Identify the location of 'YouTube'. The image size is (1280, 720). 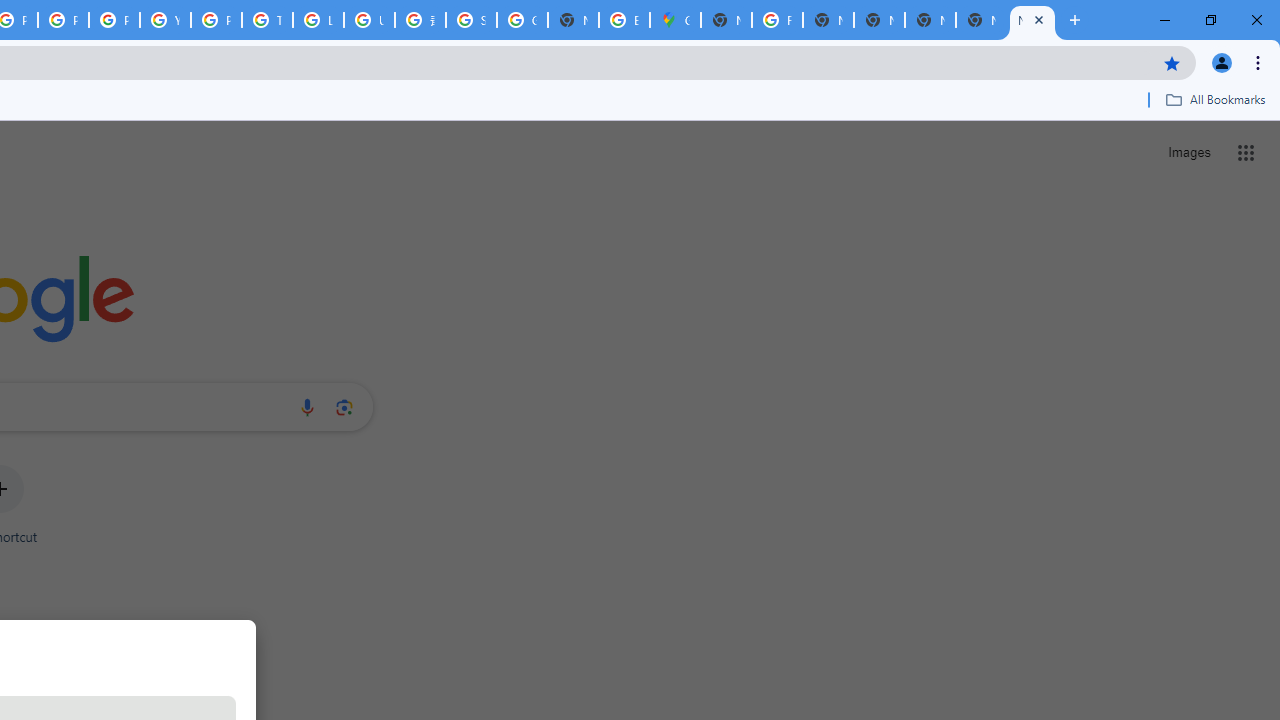
(165, 20).